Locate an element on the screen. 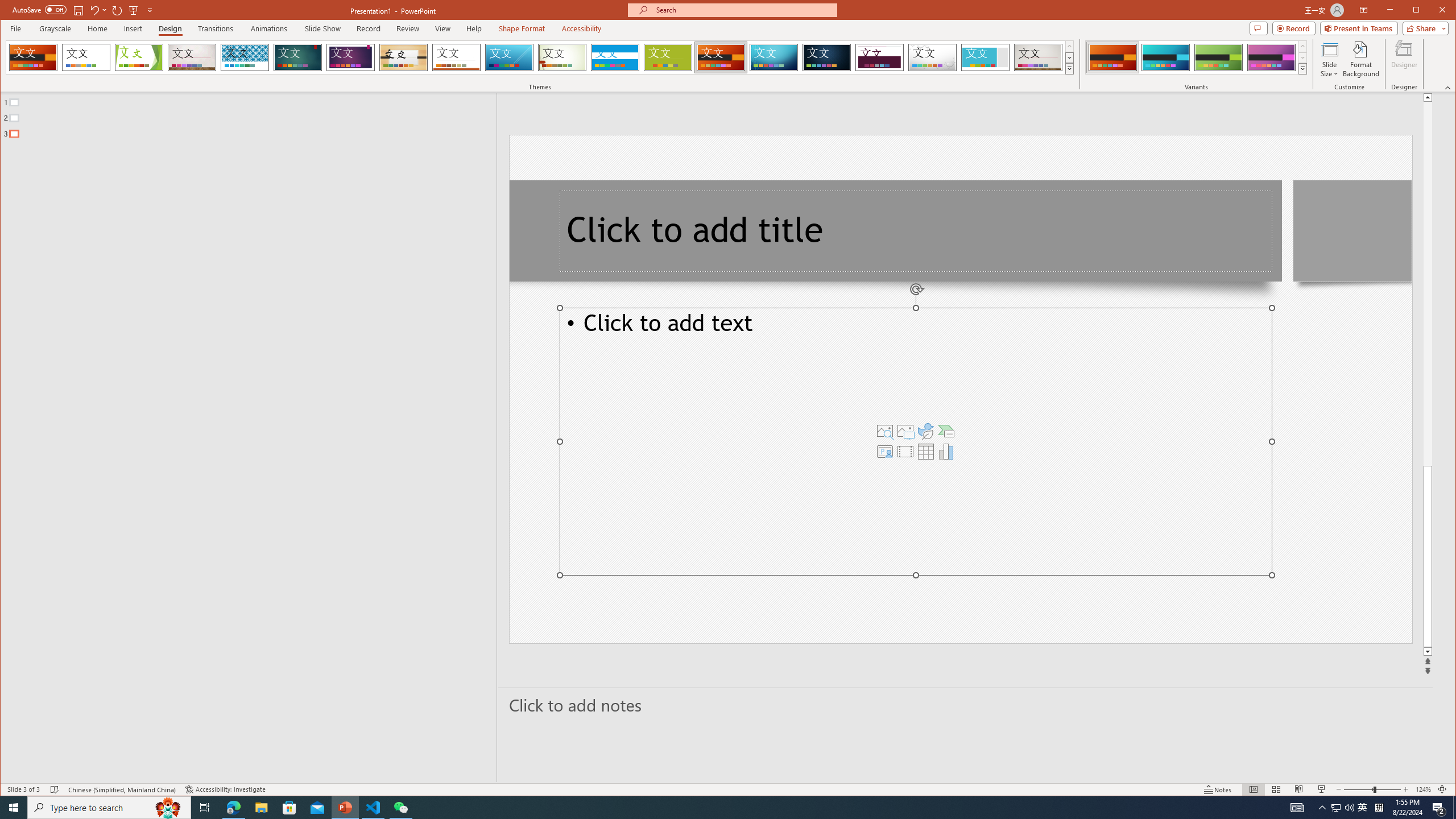 The width and height of the screenshot is (1456, 819). 'Berlin Variant 2' is located at coordinates (1165, 57).